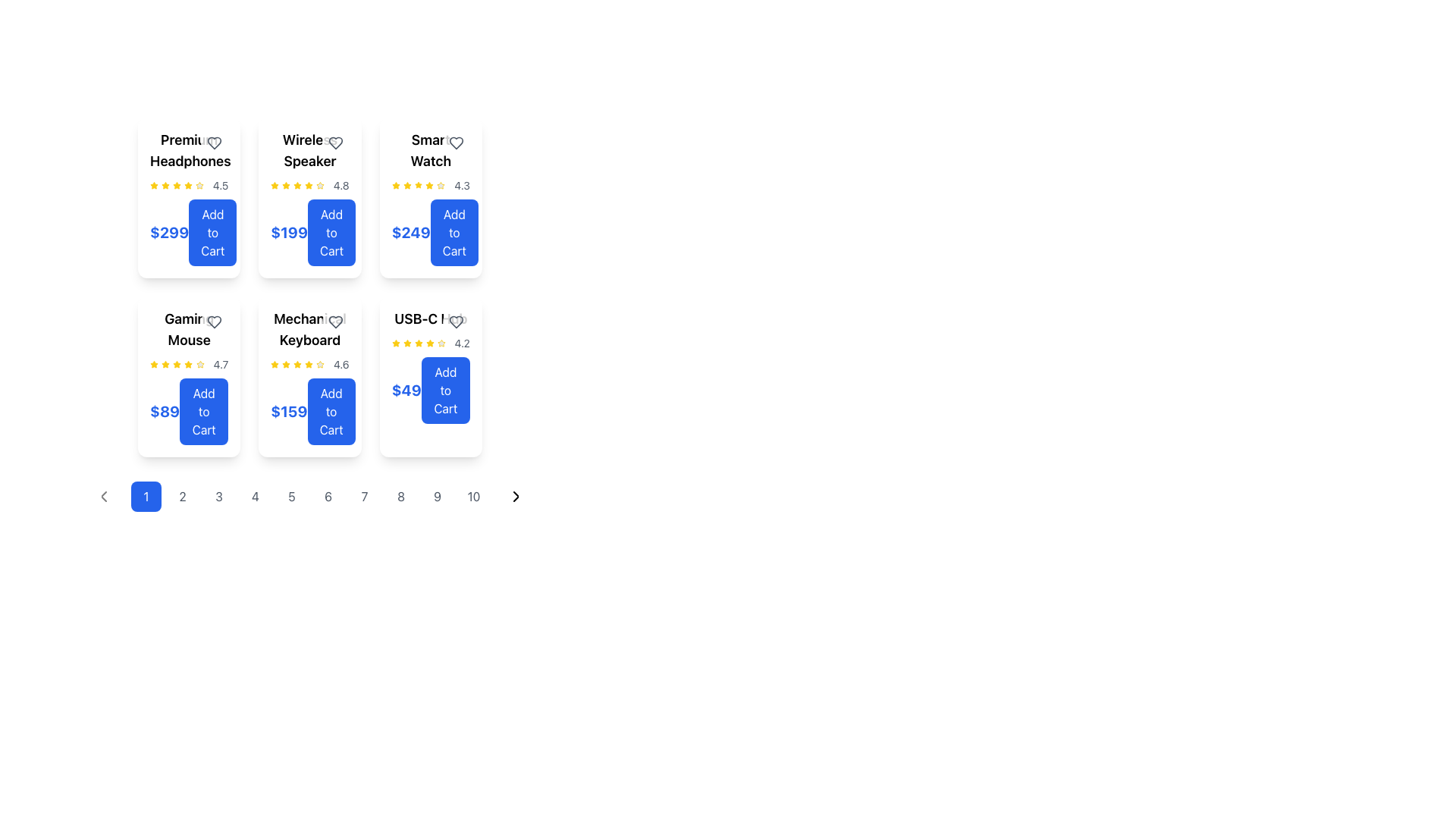 This screenshot has width=1456, height=819. What do you see at coordinates (319, 365) in the screenshot?
I see `the 5th gray star icon with faint yellow fill in the rating system below the product title 'Mechanical Keyboard'` at bounding box center [319, 365].